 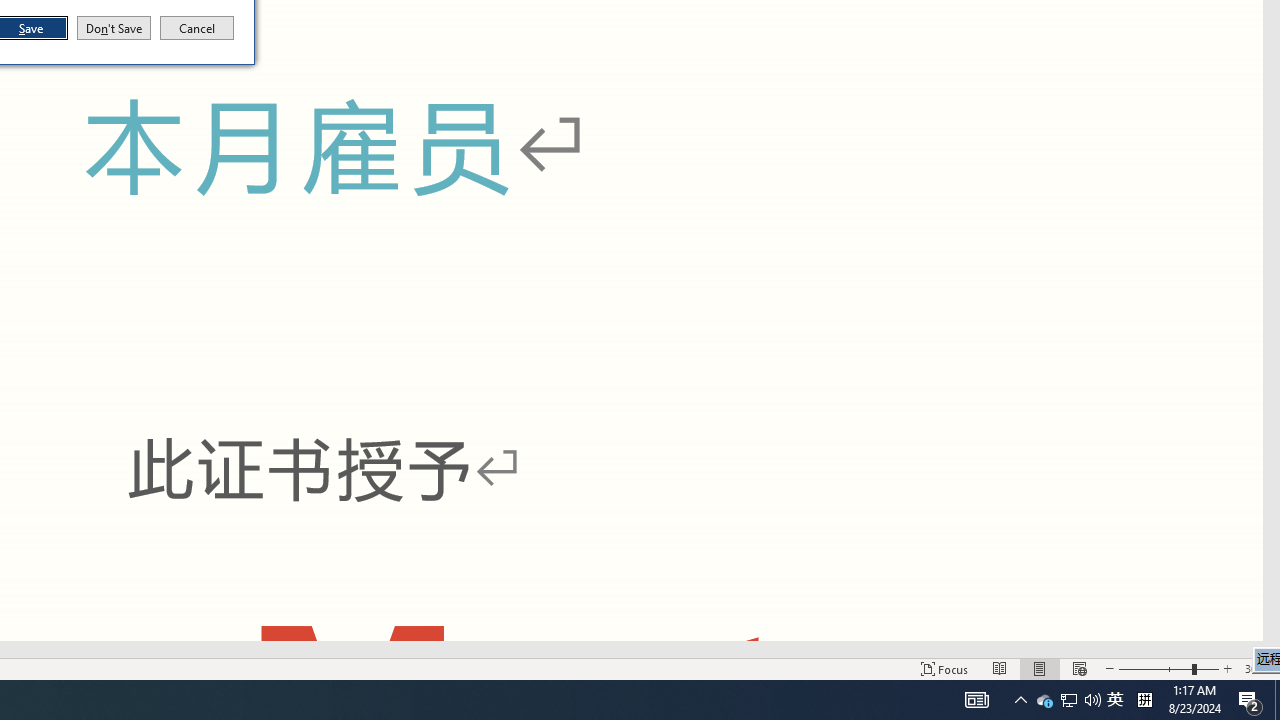 I want to click on 'Q2790: 100%', so click(x=1092, y=698).